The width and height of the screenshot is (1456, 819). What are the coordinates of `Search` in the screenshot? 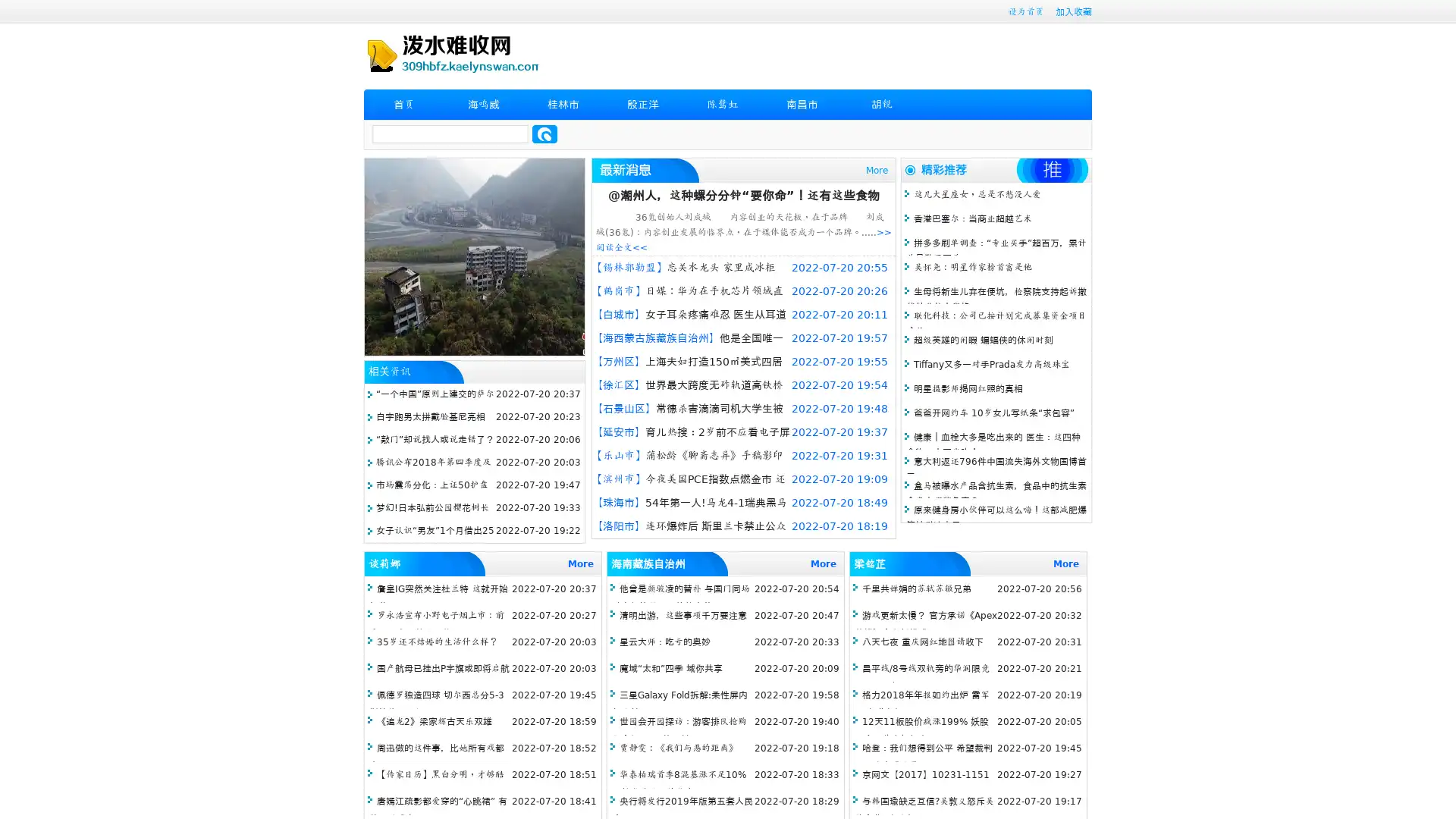 It's located at (544, 133).